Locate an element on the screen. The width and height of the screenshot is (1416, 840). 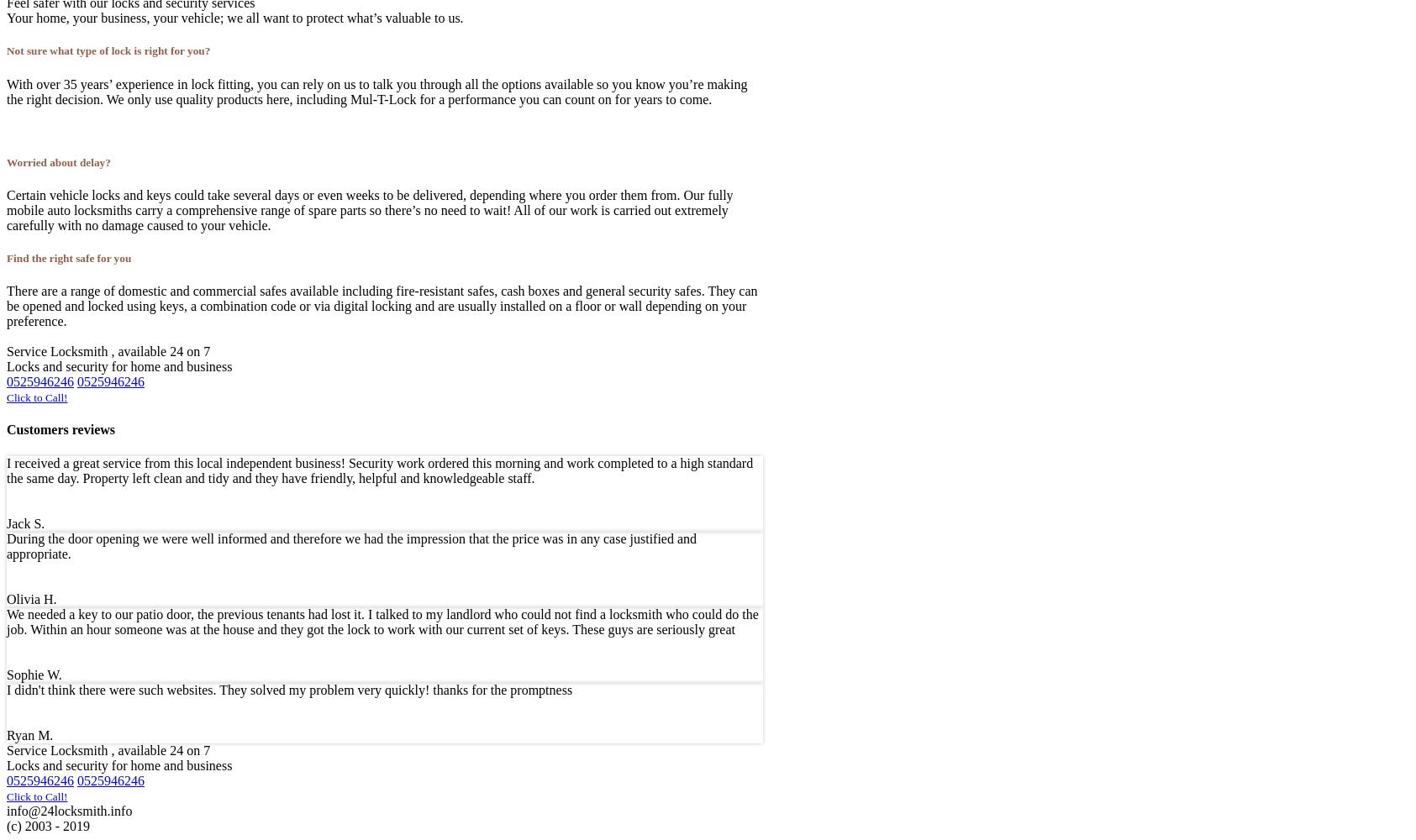
'info@24locksmith.info' is located at coordinates (68, 809).